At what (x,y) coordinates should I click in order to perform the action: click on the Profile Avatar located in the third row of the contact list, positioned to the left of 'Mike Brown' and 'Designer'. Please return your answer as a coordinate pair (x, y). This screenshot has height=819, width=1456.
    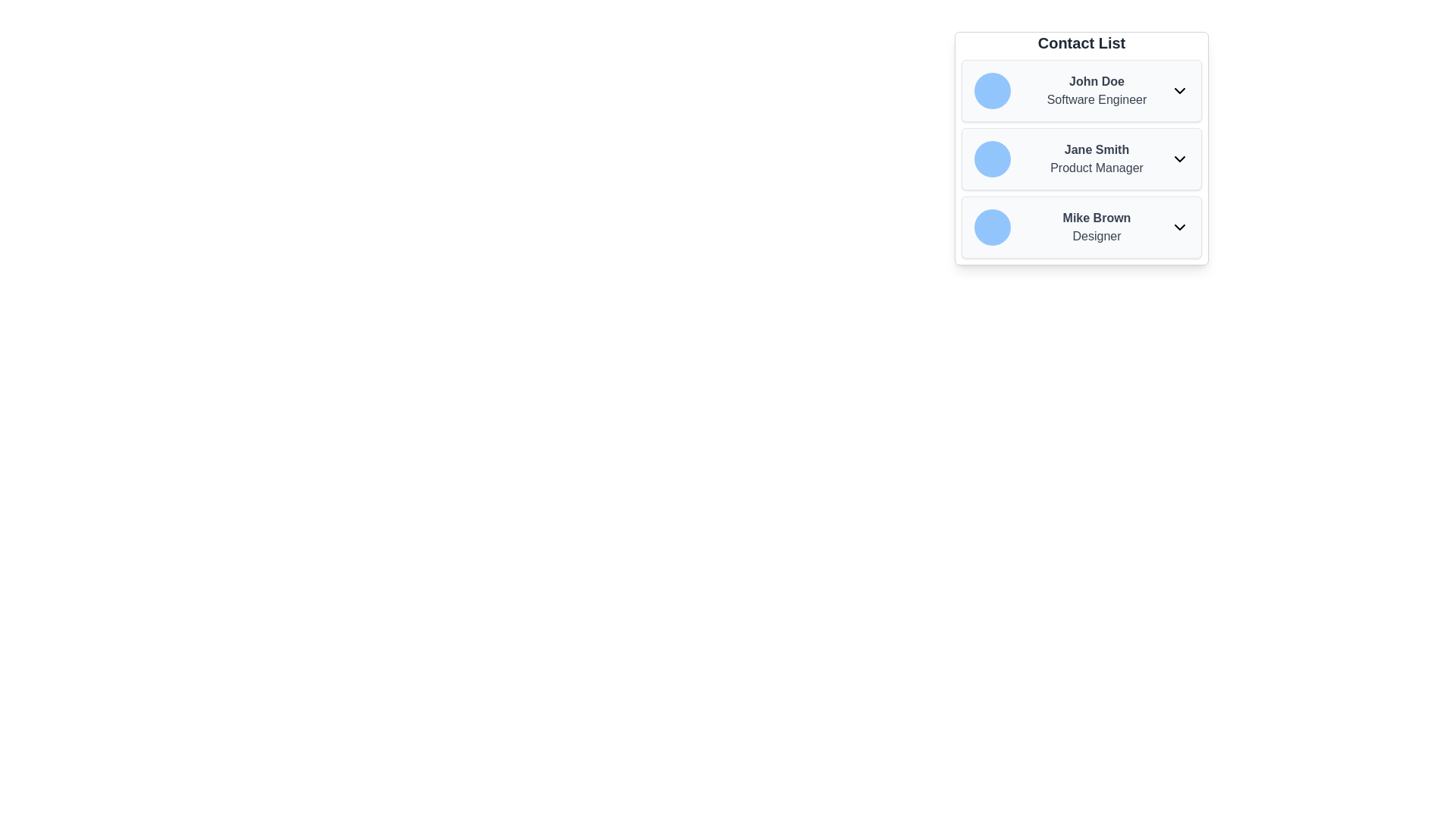
    Looking at the image, I should click on (993, 227).